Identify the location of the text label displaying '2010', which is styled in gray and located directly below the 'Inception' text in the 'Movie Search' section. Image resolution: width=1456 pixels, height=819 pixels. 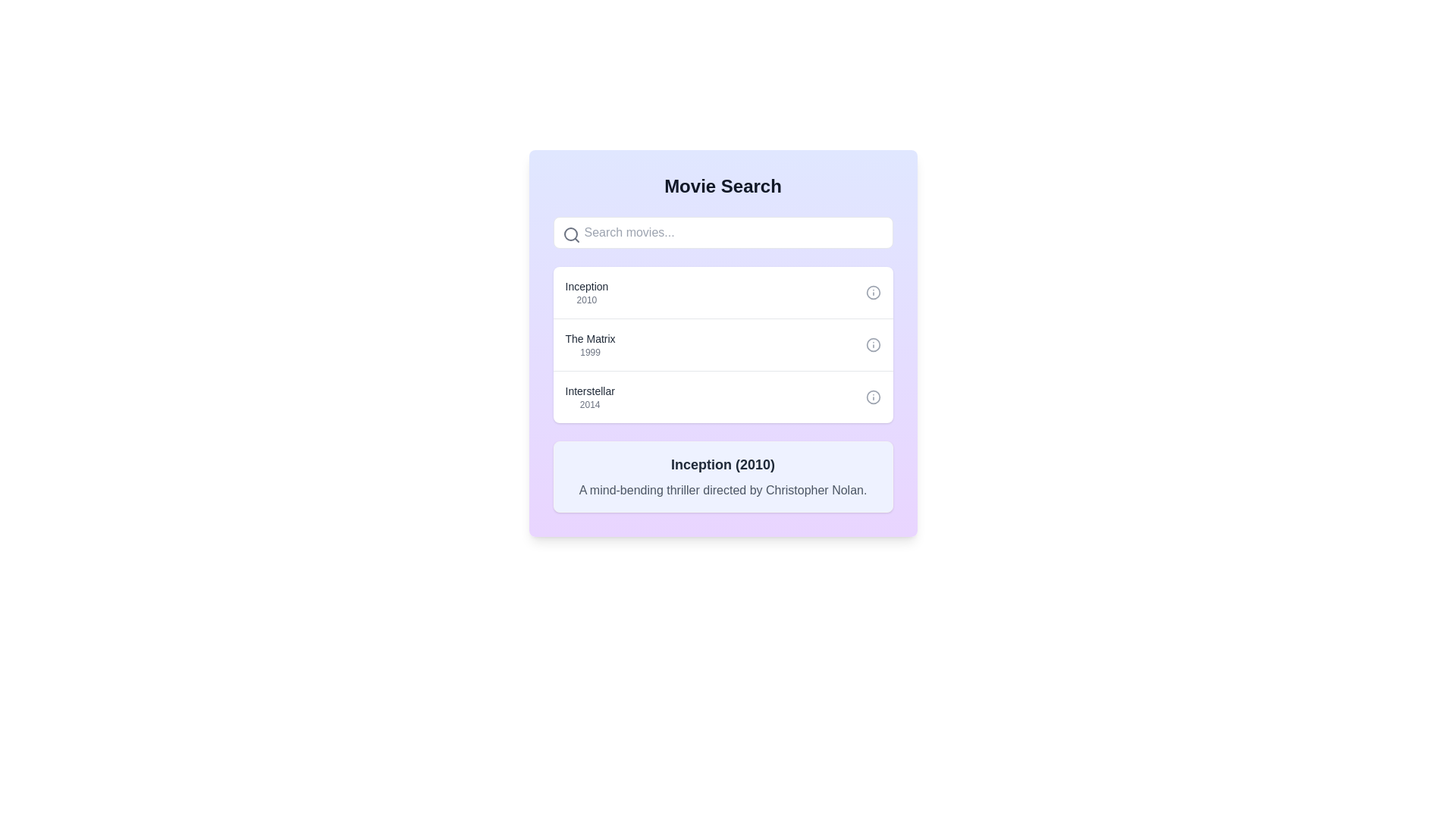
(585, 300).